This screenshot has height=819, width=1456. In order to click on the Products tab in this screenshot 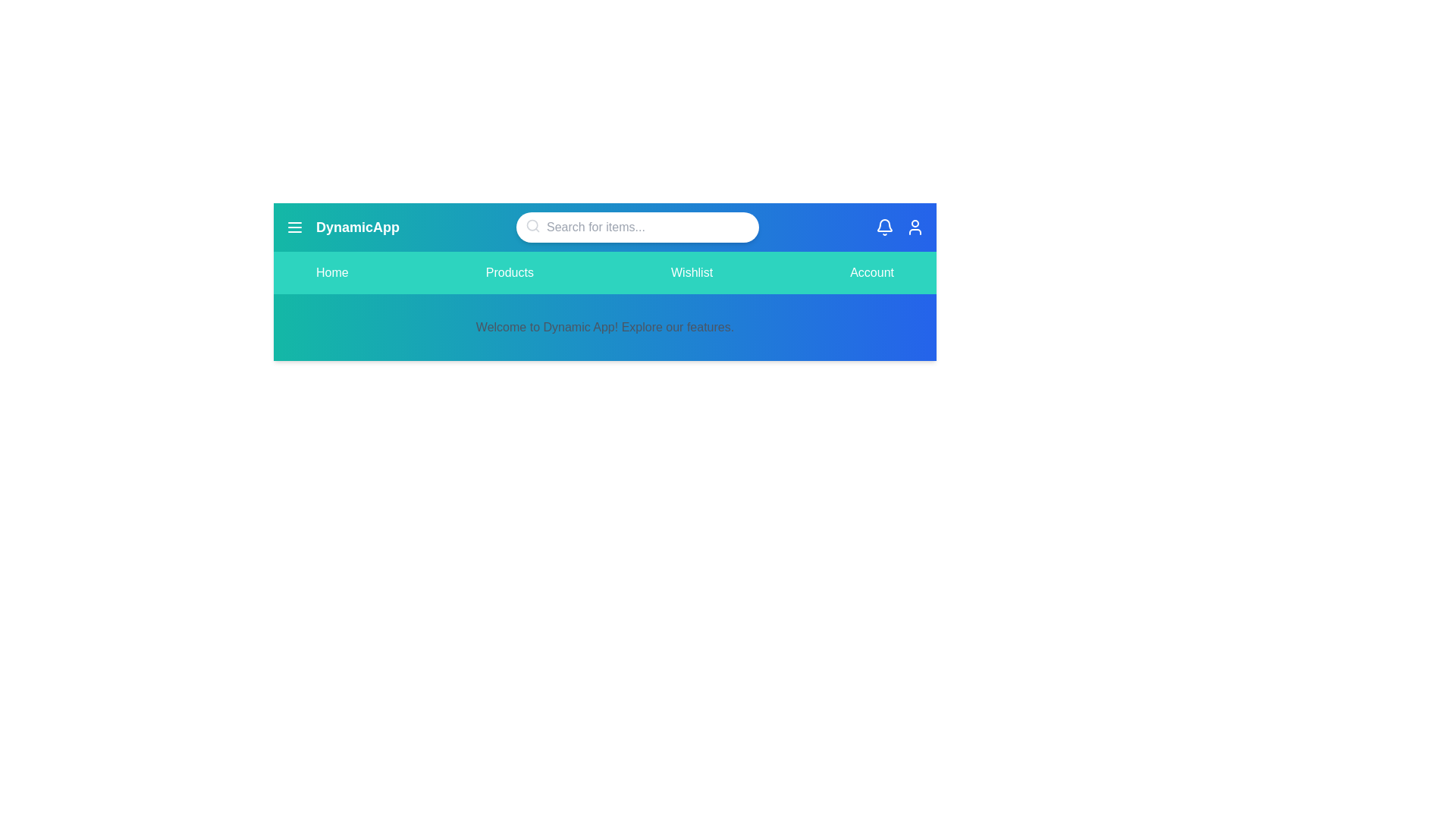, I will do `click(510, 271)`.